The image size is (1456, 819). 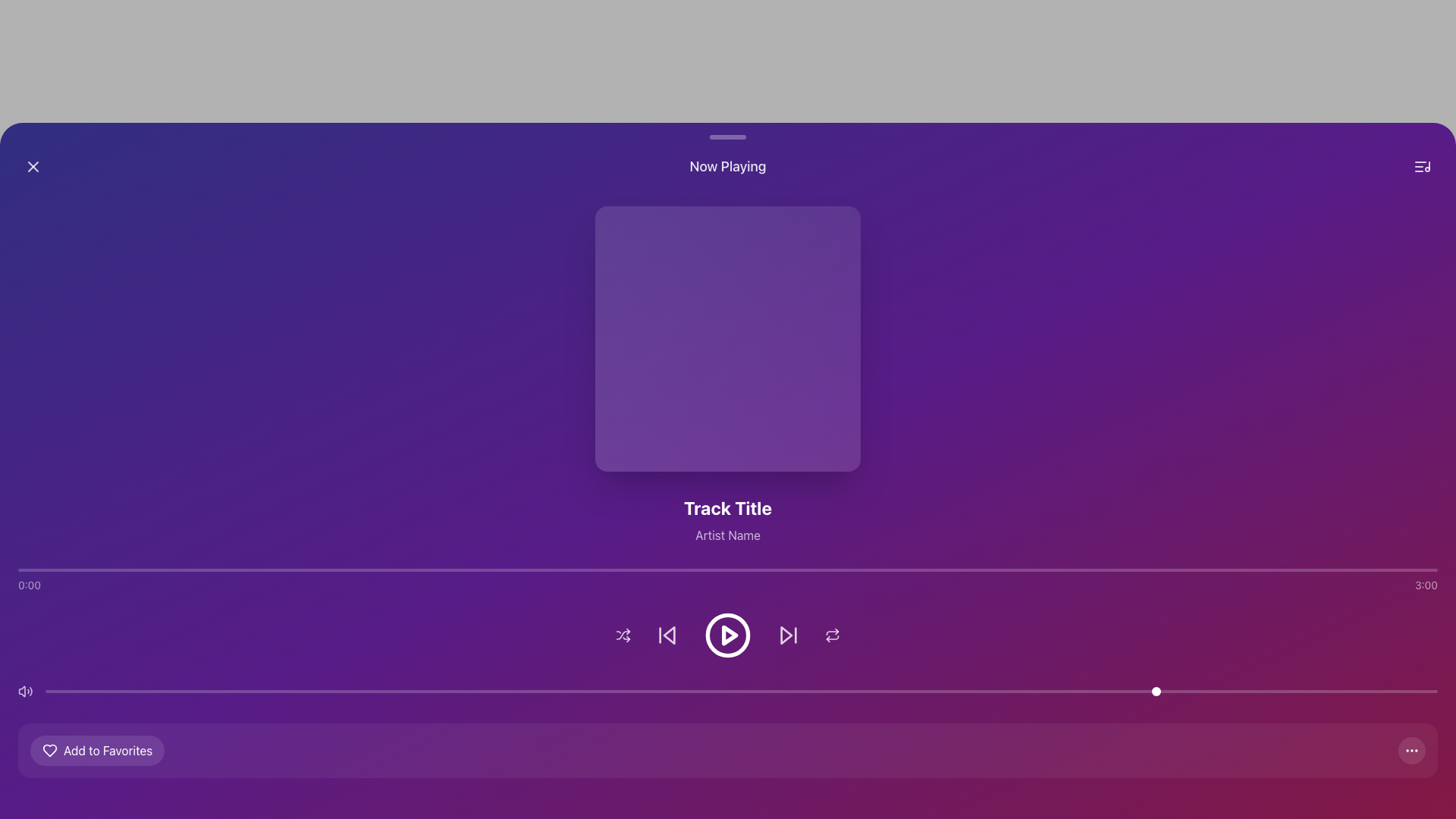 What do you see at coordinates (322, 691) in the screenshot?
I see `the slider value` at bounding box center [322, 691].